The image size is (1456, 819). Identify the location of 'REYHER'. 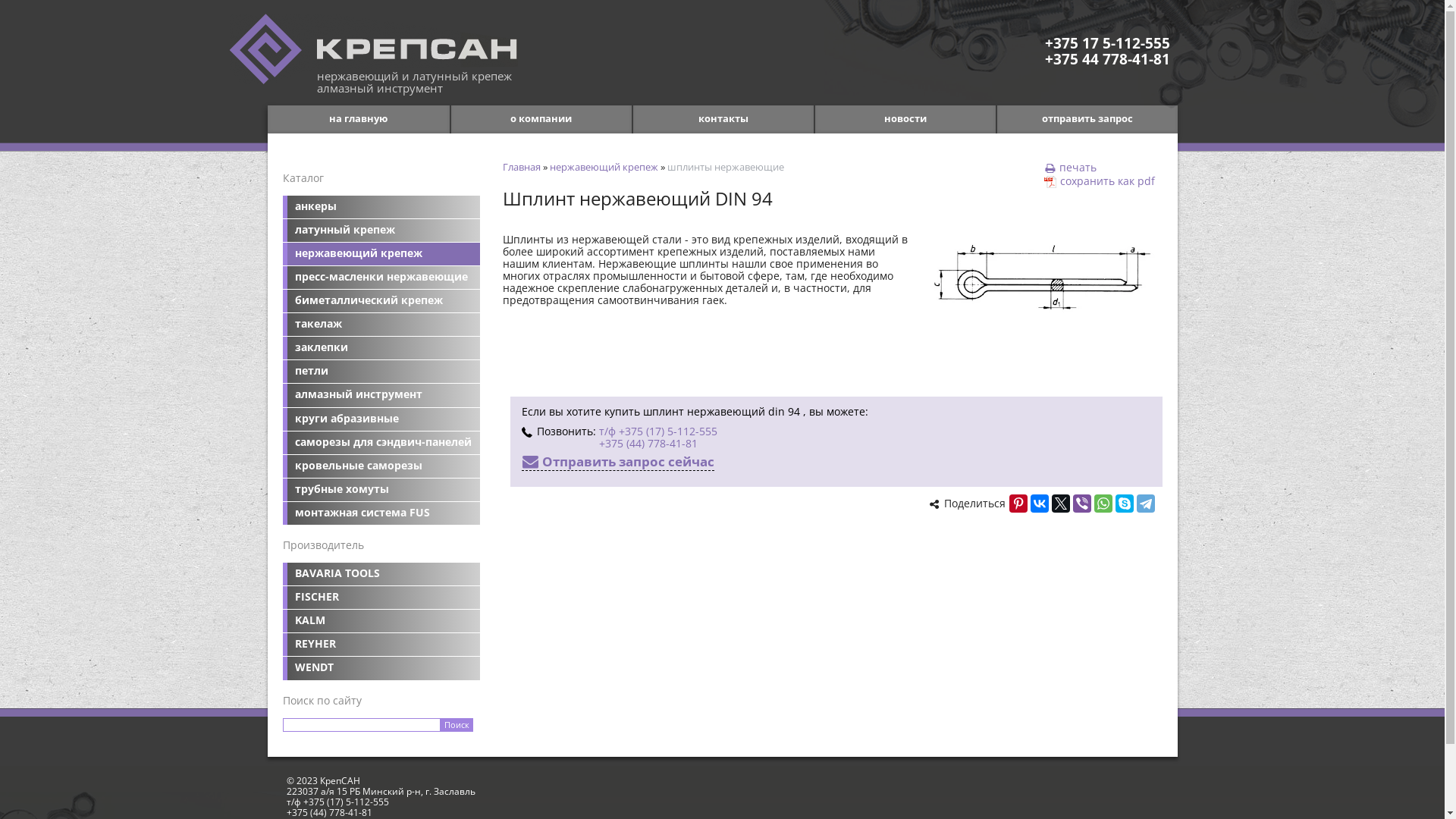
(381, 644).